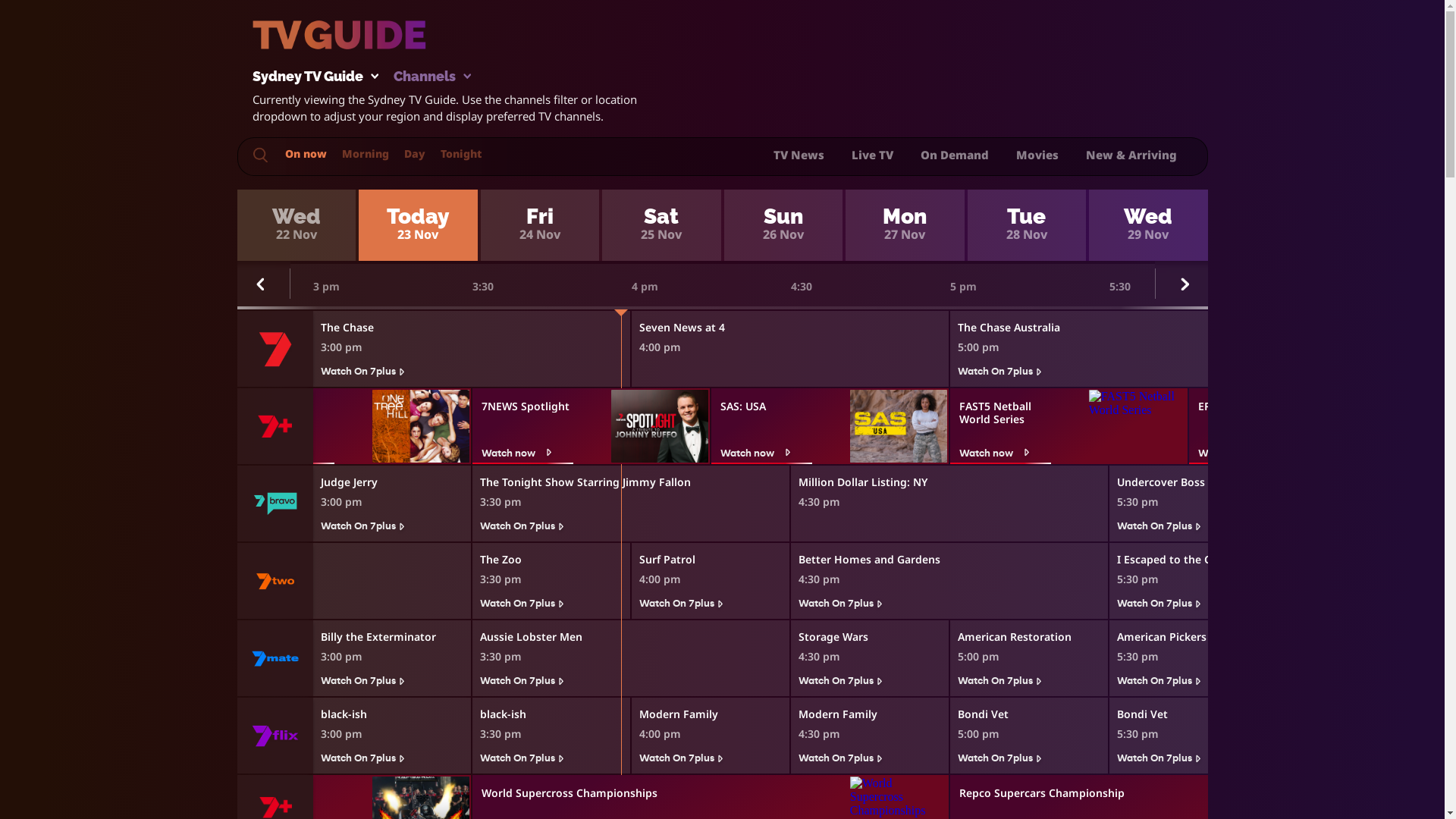 The image size is (1456, 819). What do you see at coordinates (1131, 155) in the screenshot?
I see `'New & Arriving'` at bounding box center [1131, 155].